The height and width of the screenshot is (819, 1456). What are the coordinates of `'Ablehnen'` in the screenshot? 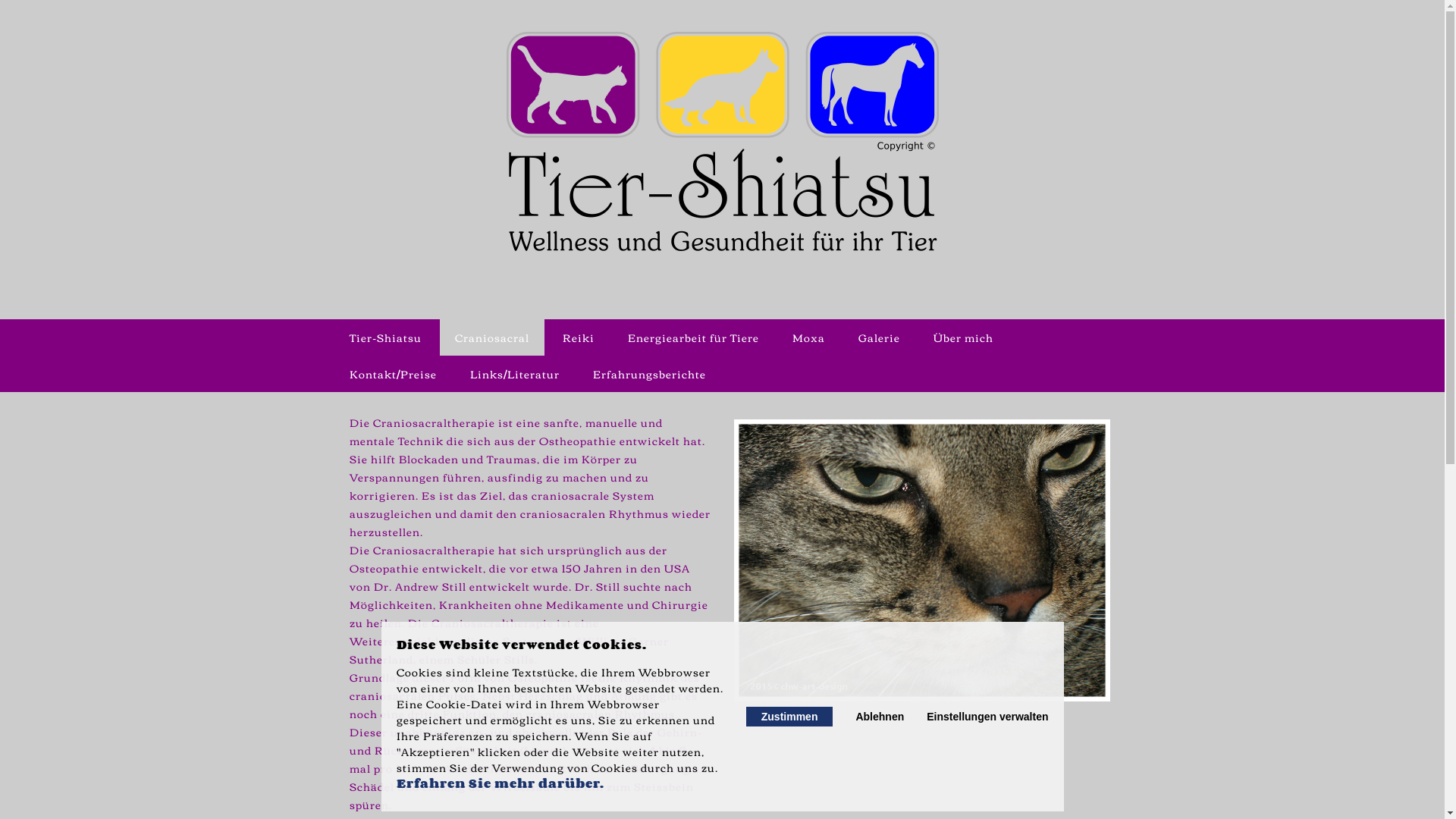 It's located at (855, 717).